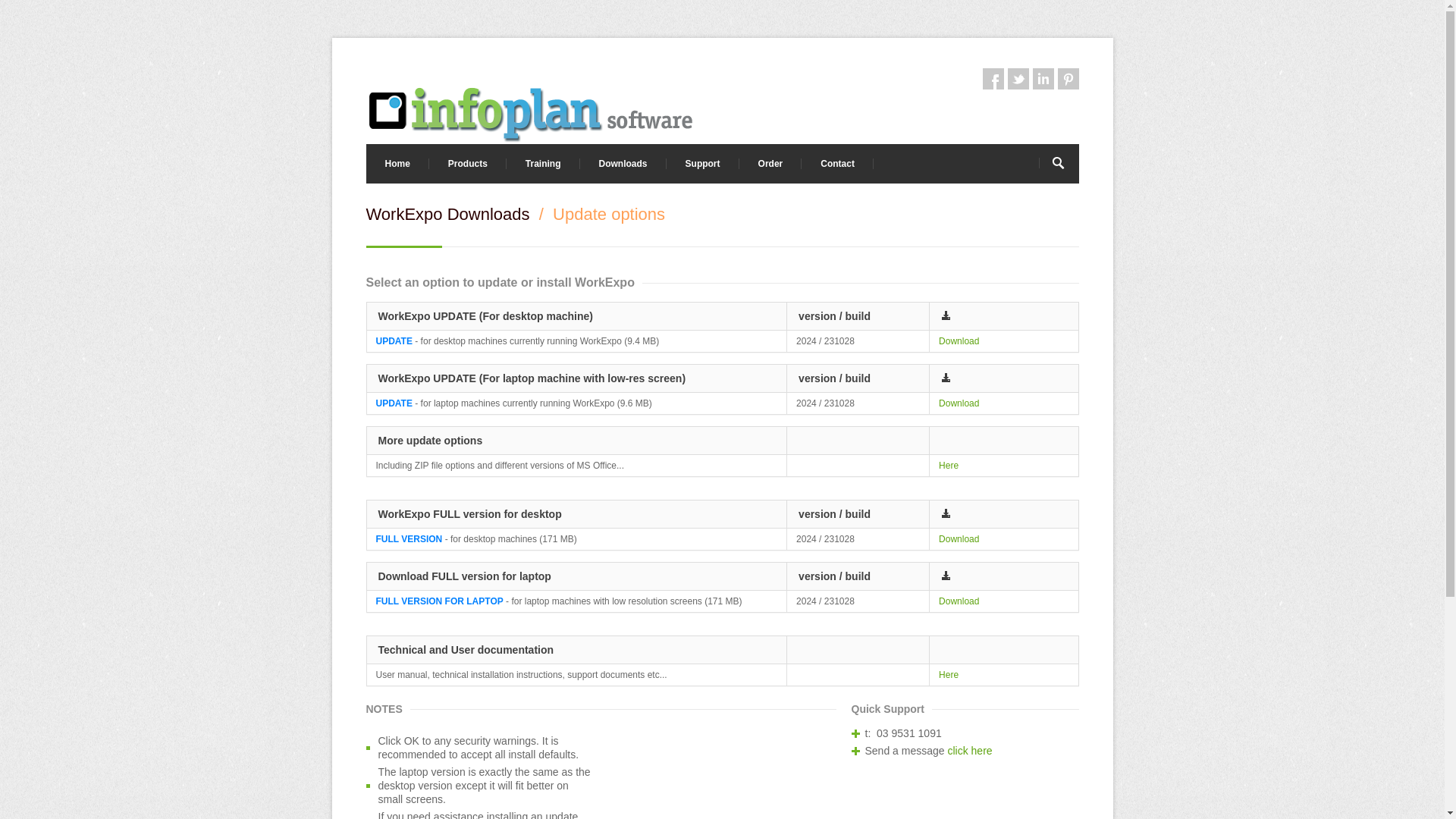 The width and height of the screenshot is (1456, 819). What do you see at coordinates (958, 341) in the screenshot?
I see `'Download'` at bounding box center [958, 341].